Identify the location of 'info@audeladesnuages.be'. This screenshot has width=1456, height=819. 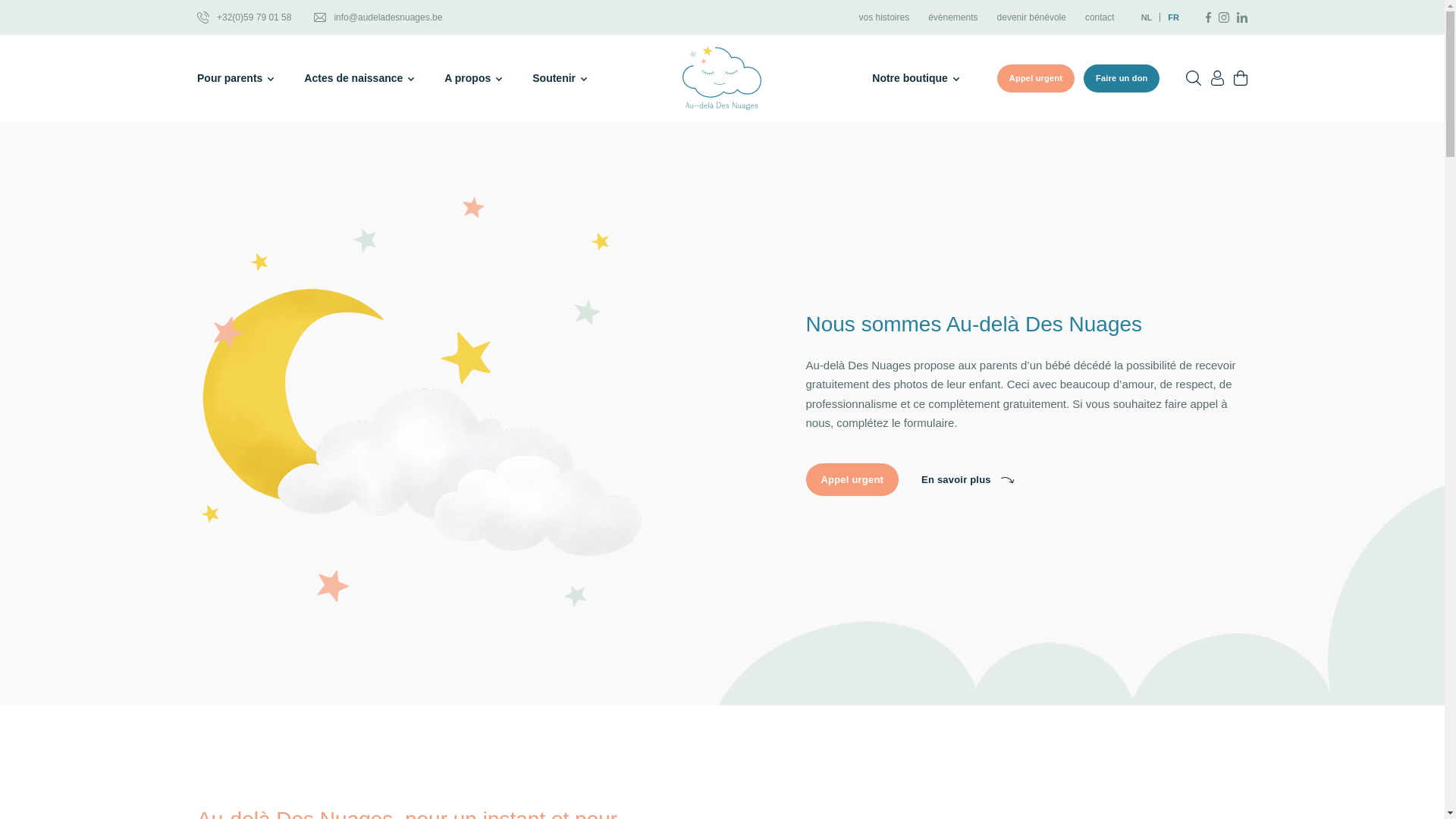
(378, 17).